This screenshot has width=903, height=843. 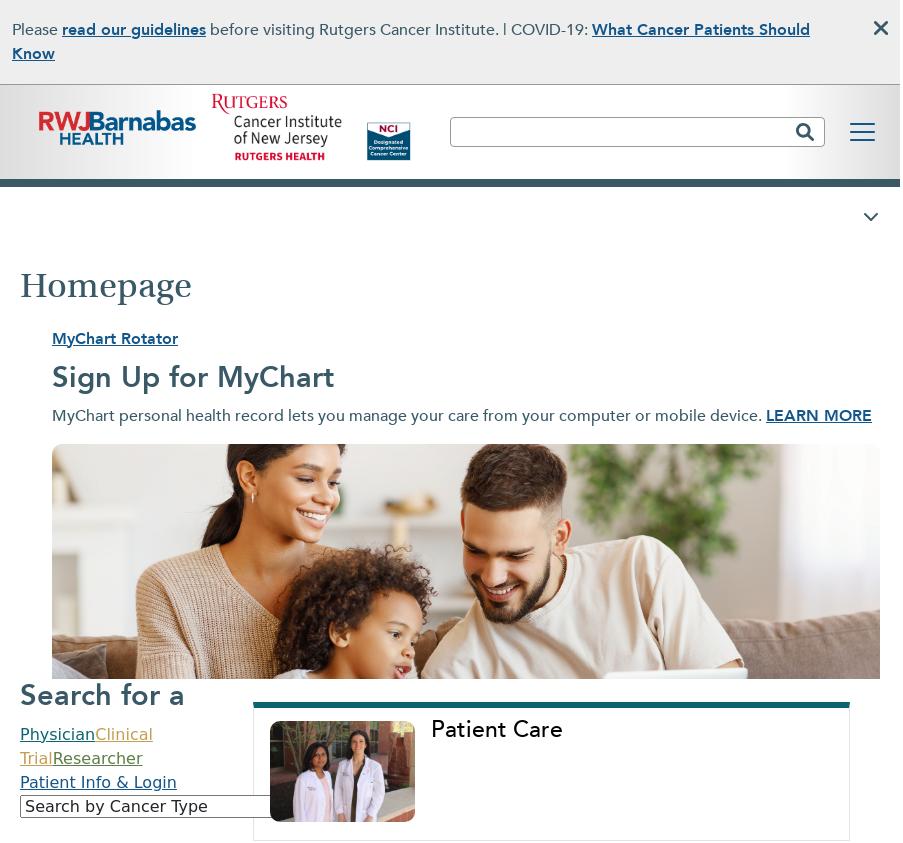 What do you see at coordinates (498, 75) in the screenshot?
I see `'Clinical Trials'` at bounding box center [498, 75].